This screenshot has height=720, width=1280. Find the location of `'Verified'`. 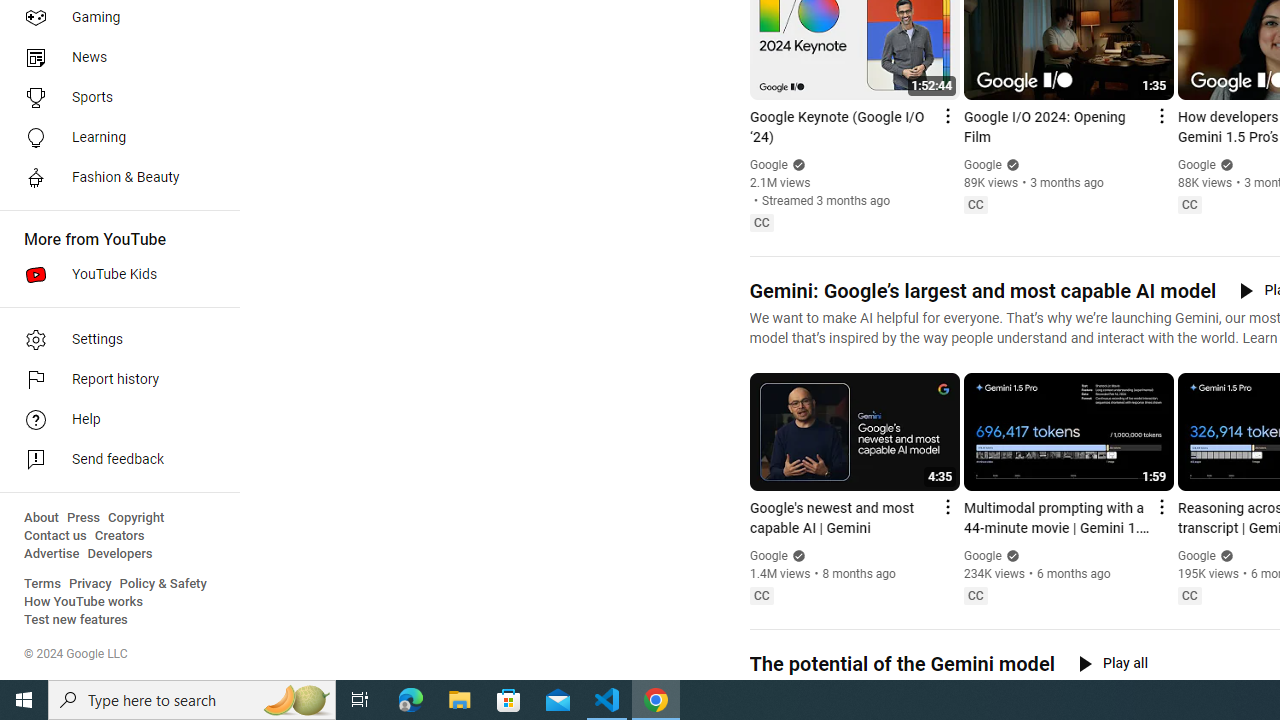

'Verified' is located at coordinates (1223, 555).